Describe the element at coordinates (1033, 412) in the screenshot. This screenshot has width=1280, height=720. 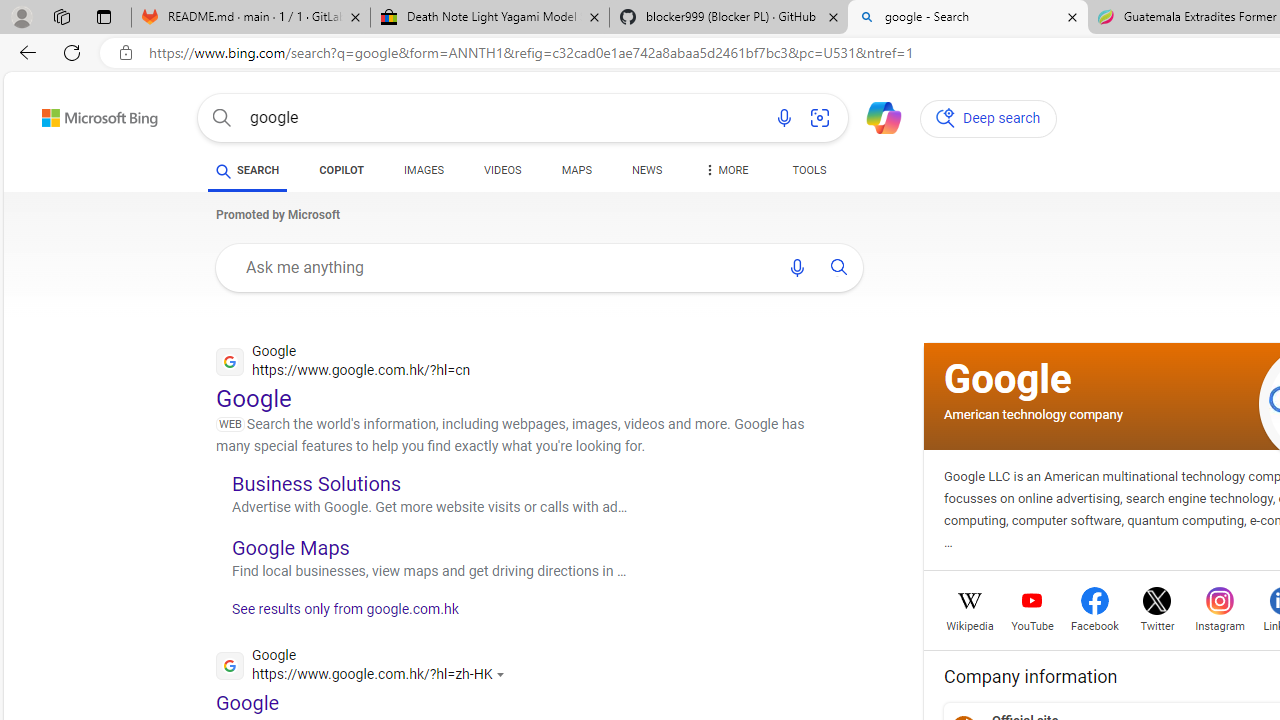
I see `'American technology company'` at that location.